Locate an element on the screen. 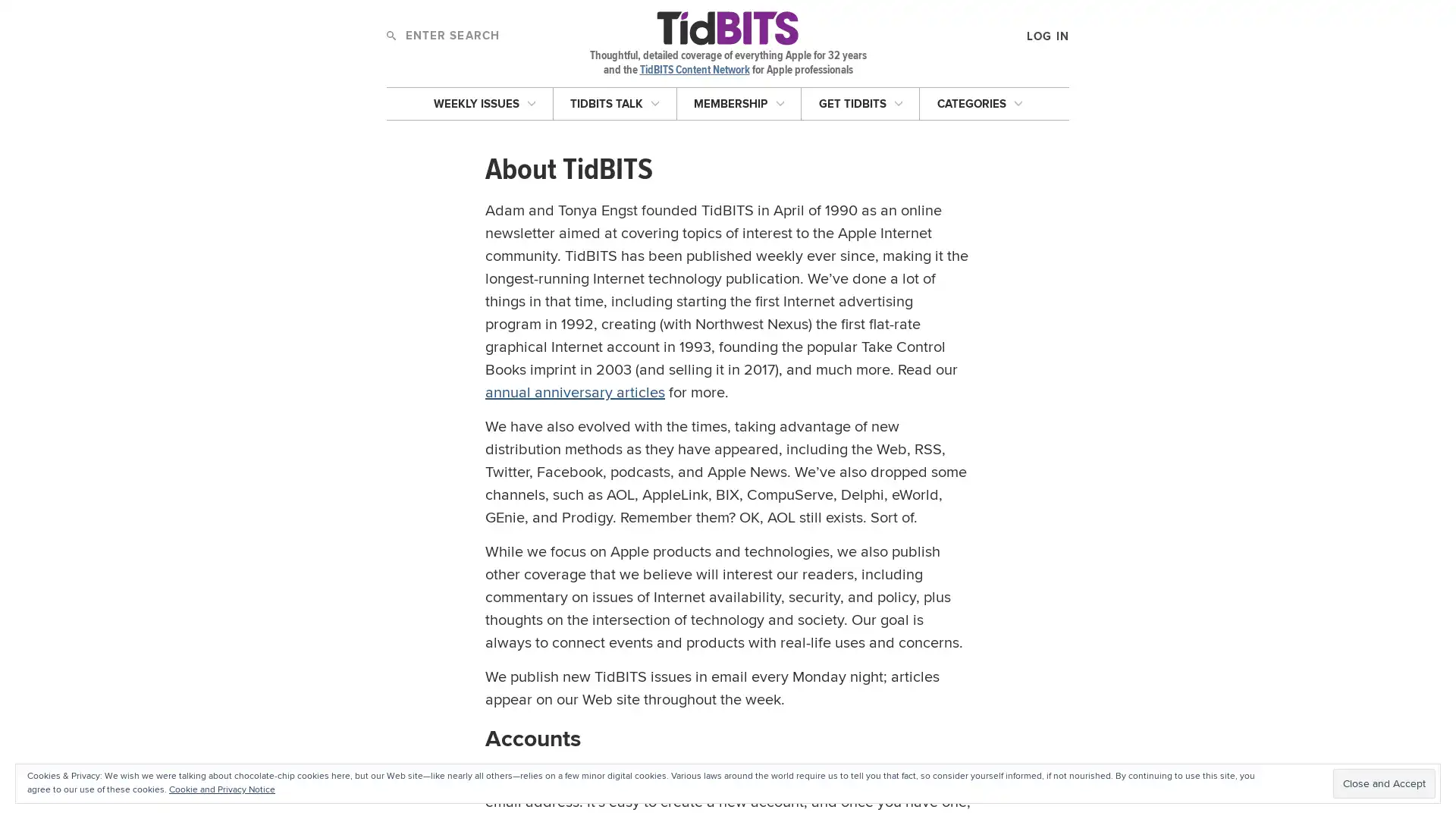  WEEKLY ISSUES is located at coordinates (483, 102).